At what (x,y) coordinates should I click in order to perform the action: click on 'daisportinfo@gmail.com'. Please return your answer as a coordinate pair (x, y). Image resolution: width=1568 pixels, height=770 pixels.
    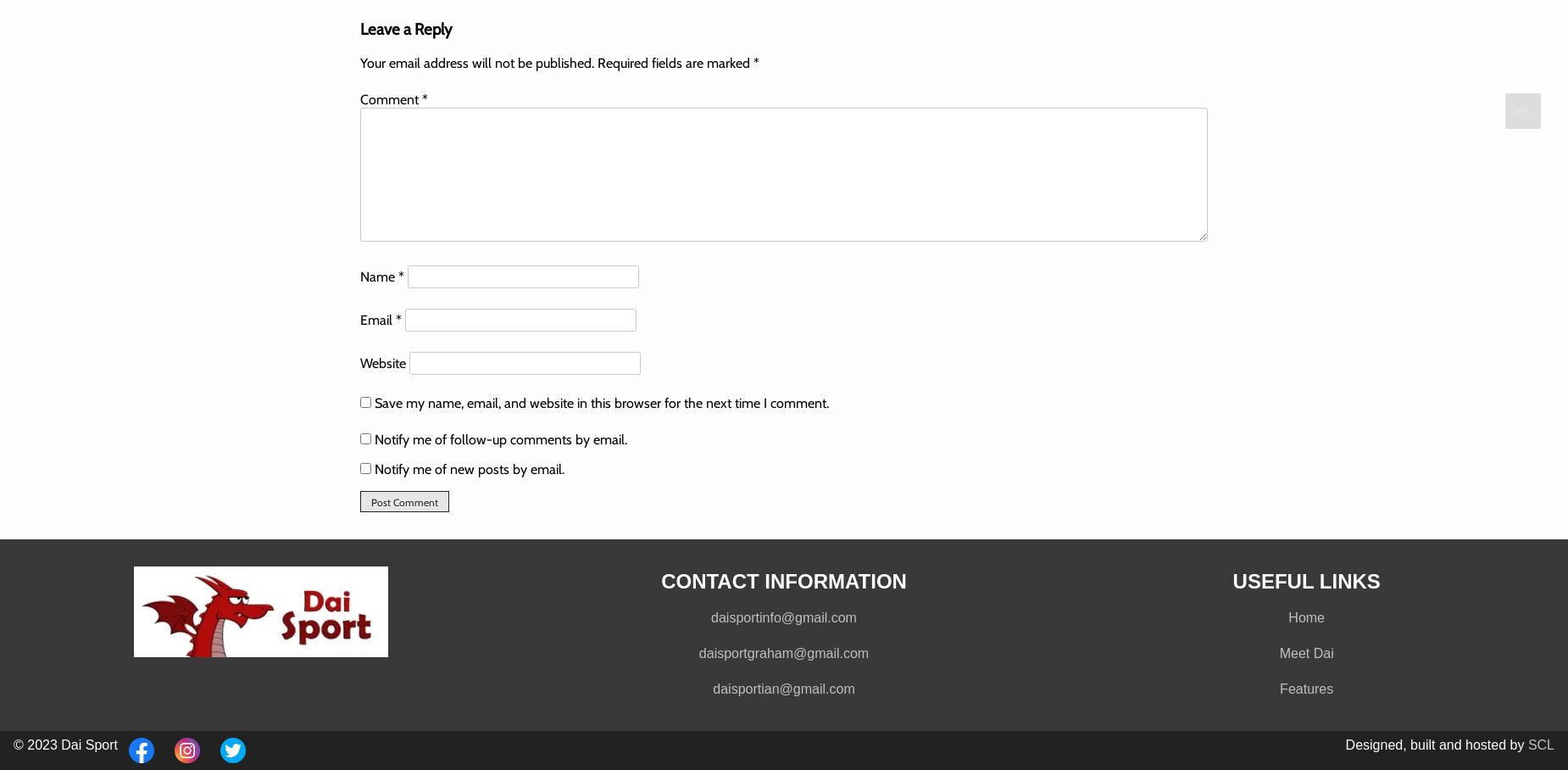
    Looking at the image, I should click on (783, 617).